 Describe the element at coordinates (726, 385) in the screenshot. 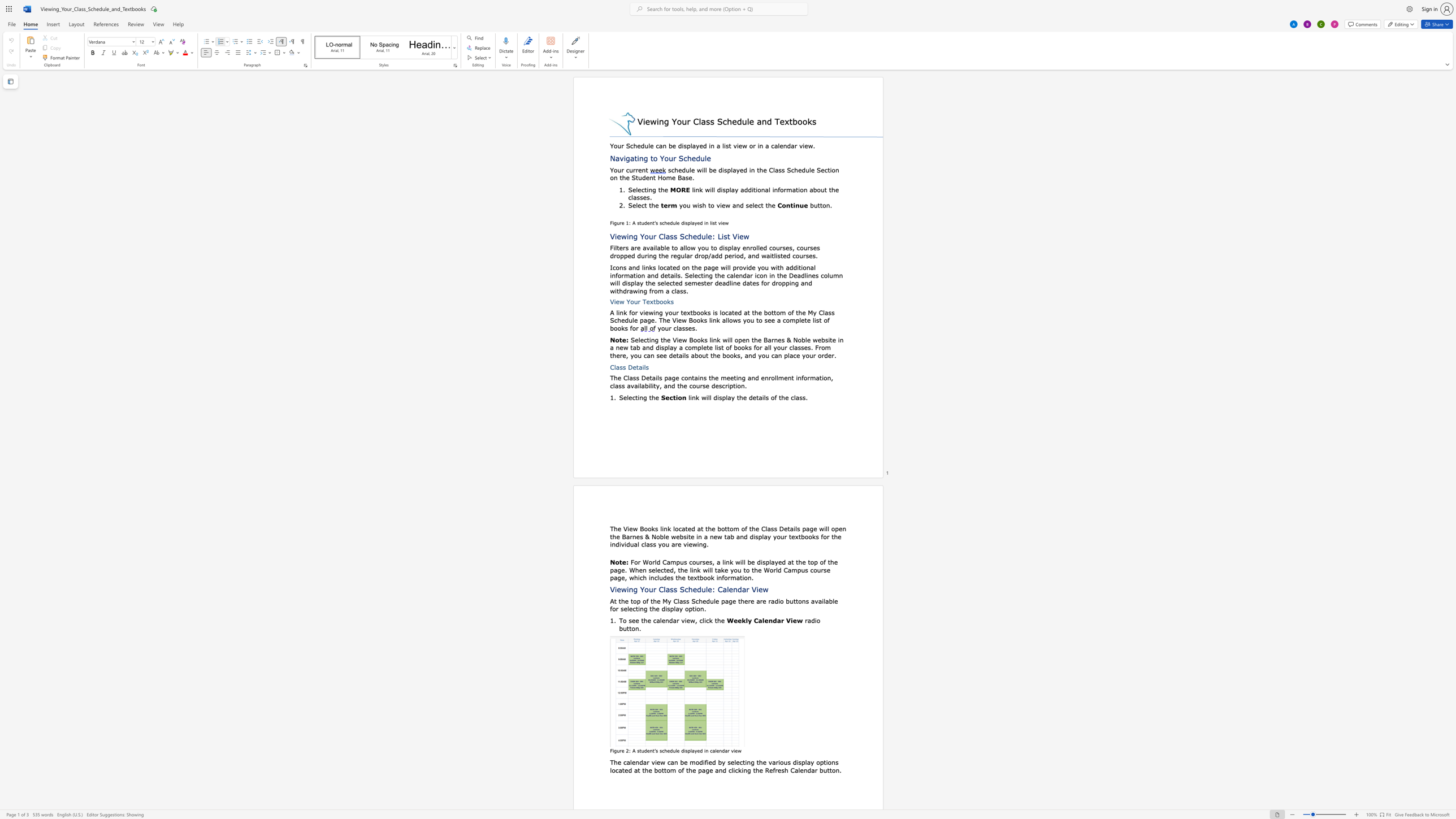

I see `the 4th character "r" in the text` at that location.